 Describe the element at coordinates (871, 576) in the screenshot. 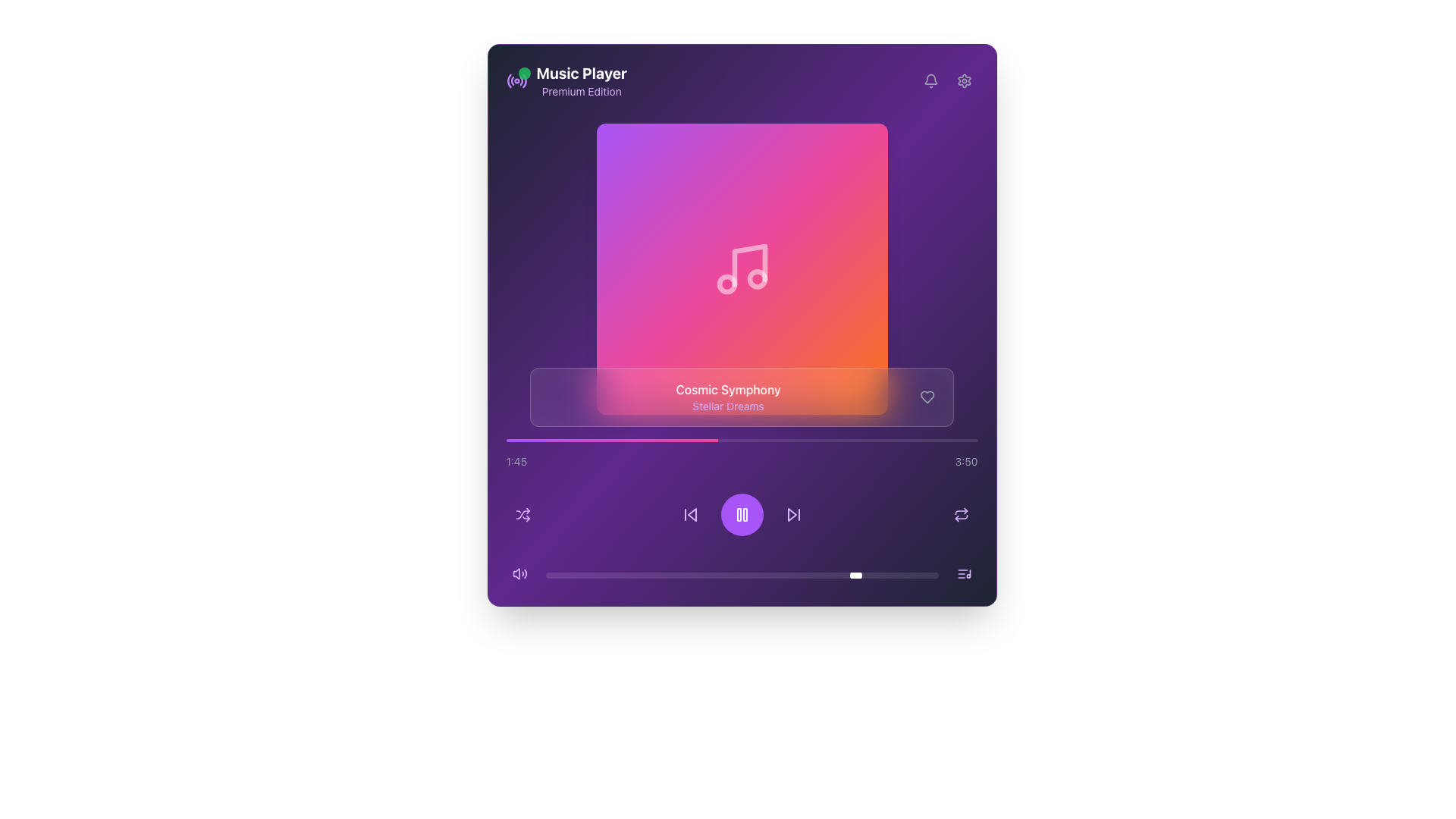

I see `the slider value` at that location.